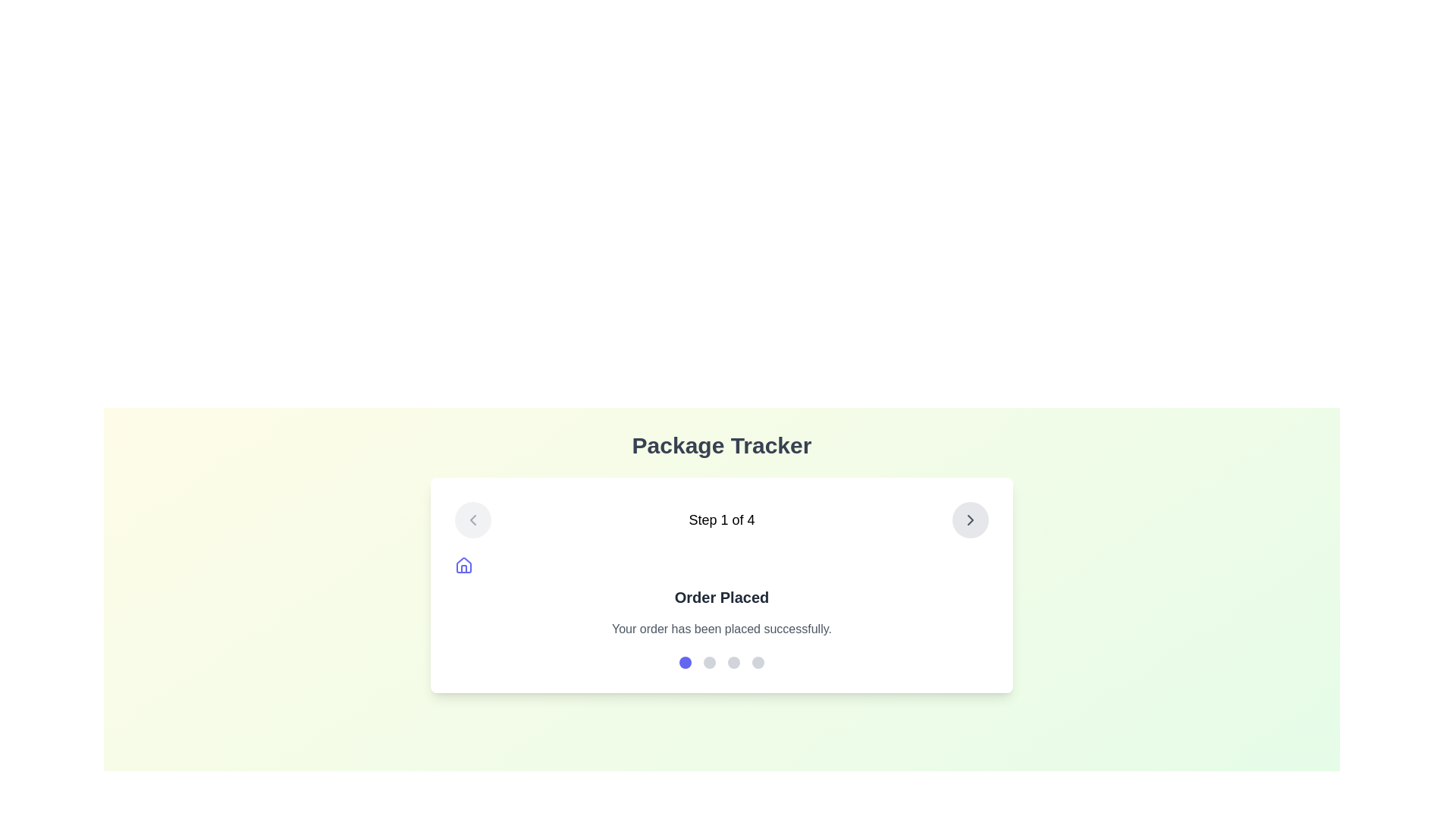 This screenshot has height=819, width=1456. I want to click on the third circular indicator in the horizontal set of progress indicators within the 'Package Tracker' card, so click(734, 662).